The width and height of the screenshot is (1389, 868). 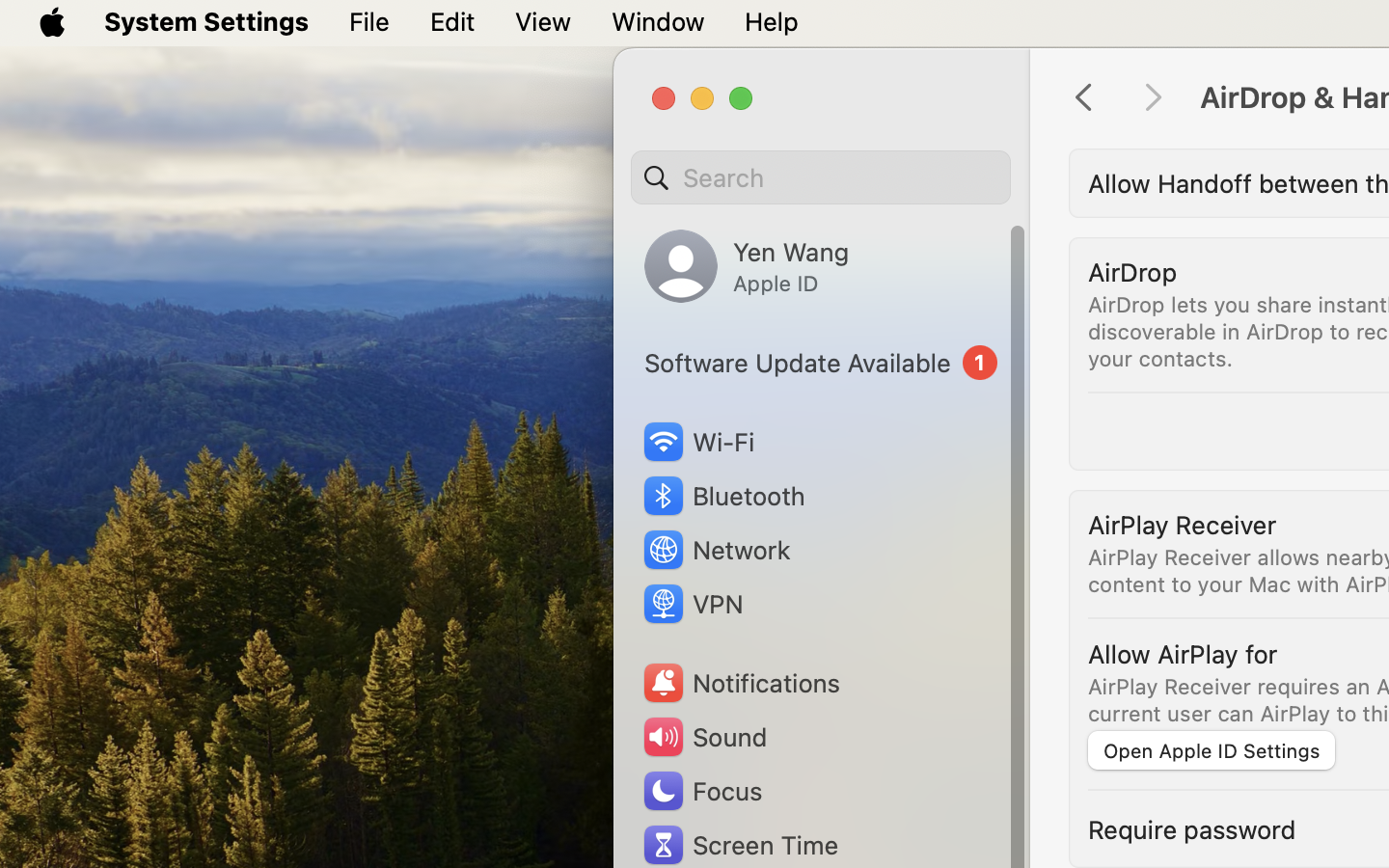 I want to click on 'Focus', so click(x=700, y=790).